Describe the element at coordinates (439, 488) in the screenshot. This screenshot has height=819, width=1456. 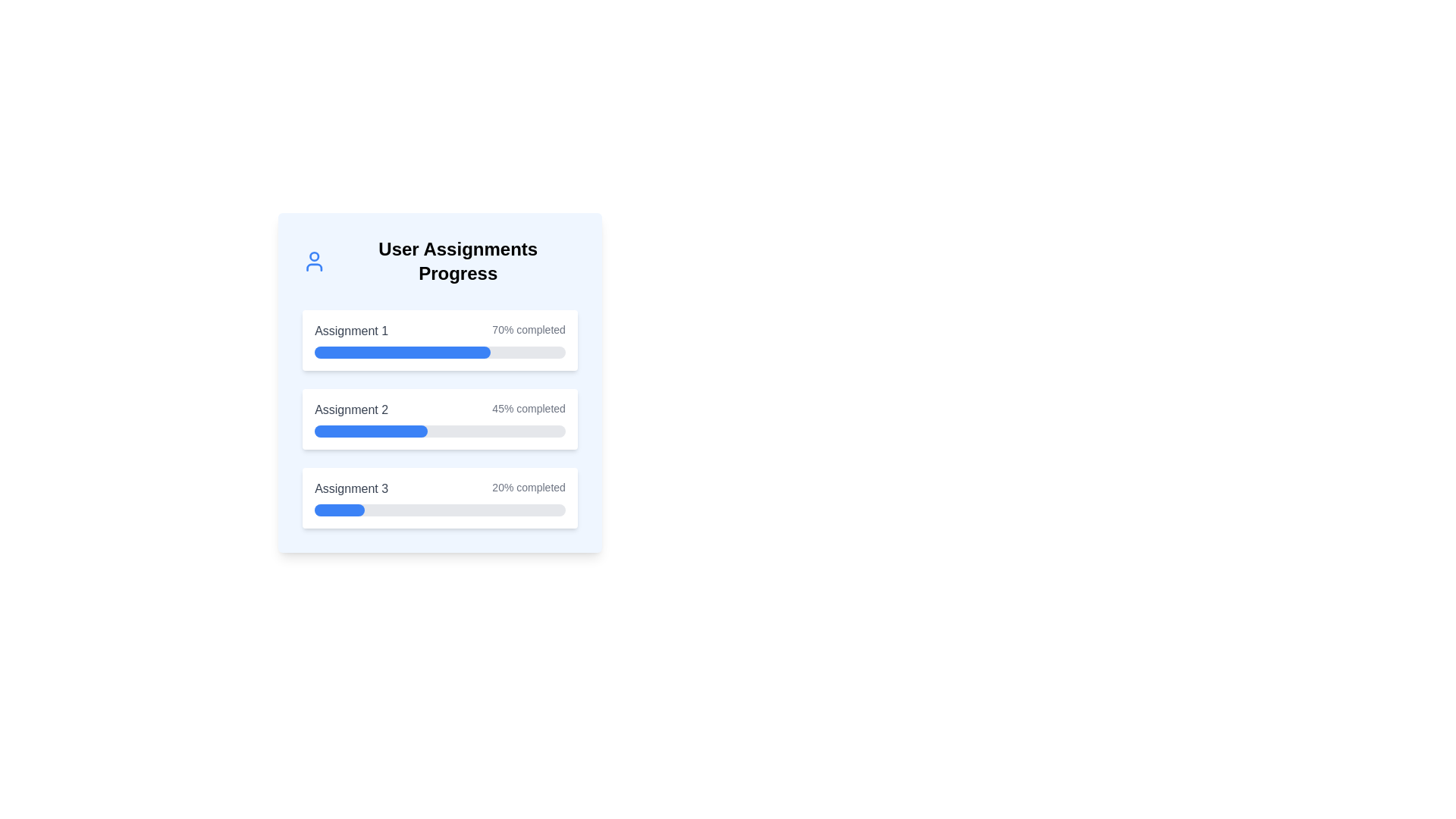
I see `the informational block that summarizes the progress for 'Assignment 3', which is located in the third assignment section, below 'Assignment 2' and above its progress bar` at that location.